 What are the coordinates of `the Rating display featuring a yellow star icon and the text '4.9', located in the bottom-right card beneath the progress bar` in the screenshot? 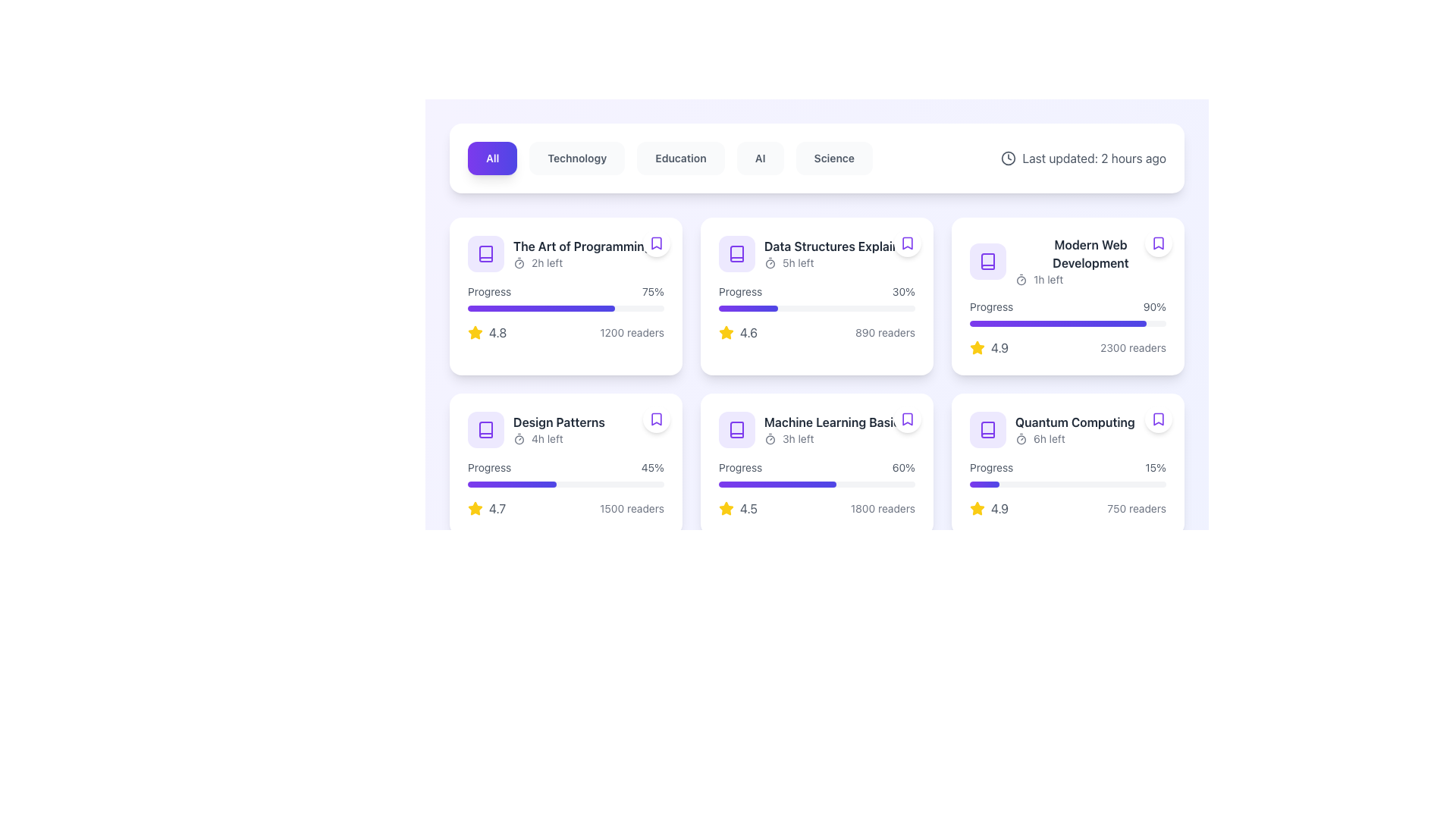 It's located at (989, 509).